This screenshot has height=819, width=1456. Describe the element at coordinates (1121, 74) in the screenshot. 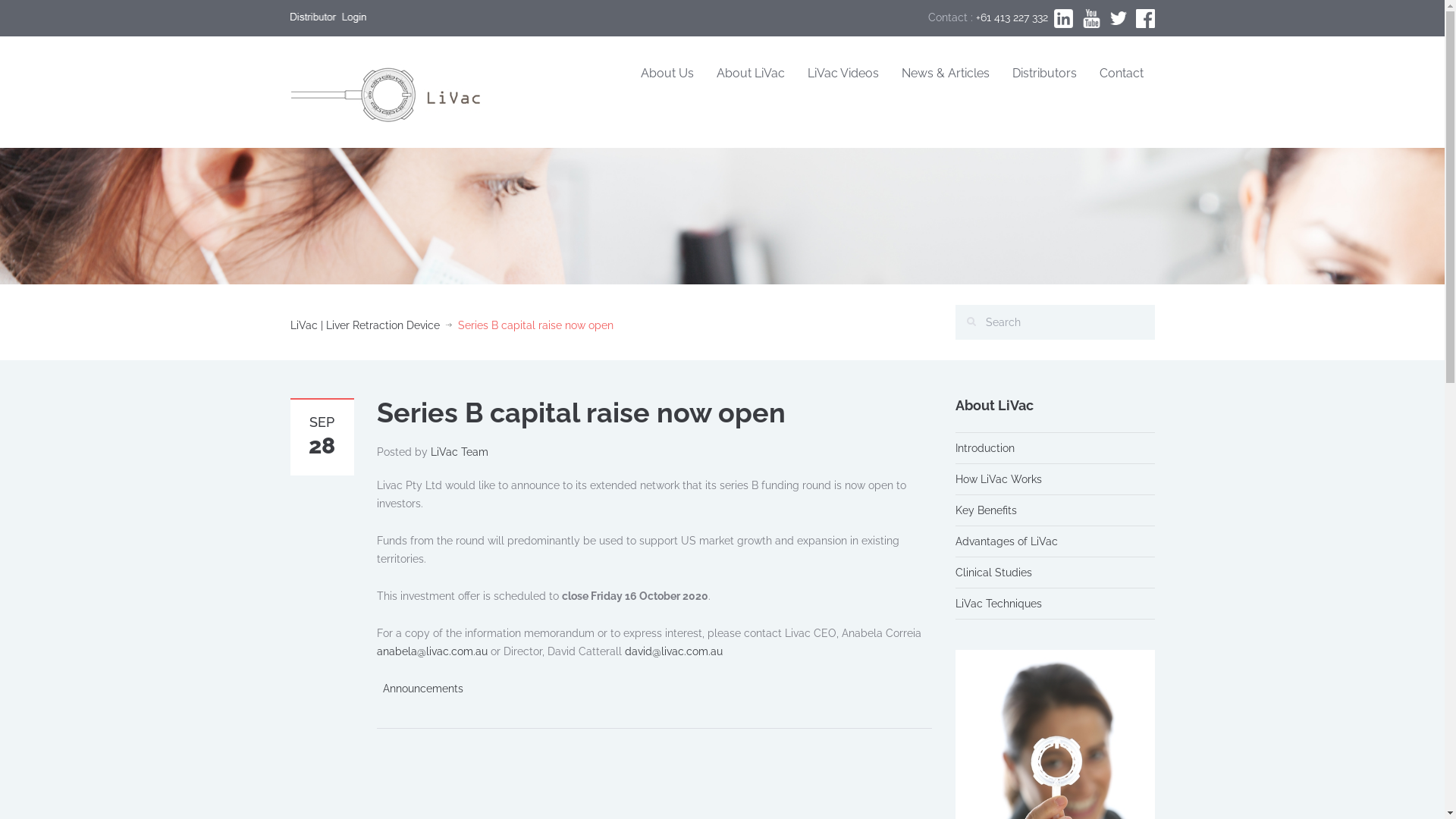

I see `'Contact'` at that location.